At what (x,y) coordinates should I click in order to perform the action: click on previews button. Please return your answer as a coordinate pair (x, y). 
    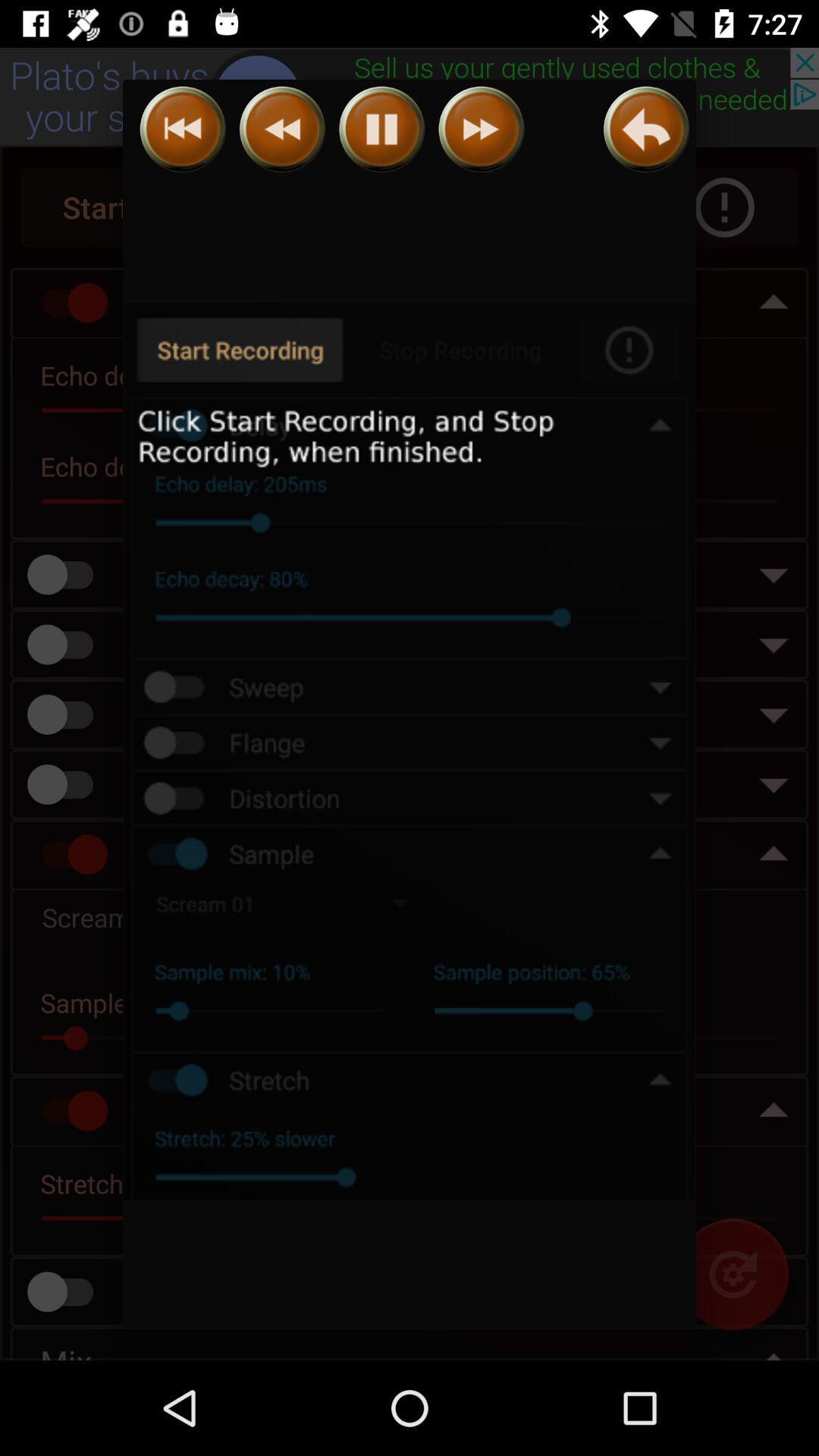
    Looking at the image, I should click on (282, 129).